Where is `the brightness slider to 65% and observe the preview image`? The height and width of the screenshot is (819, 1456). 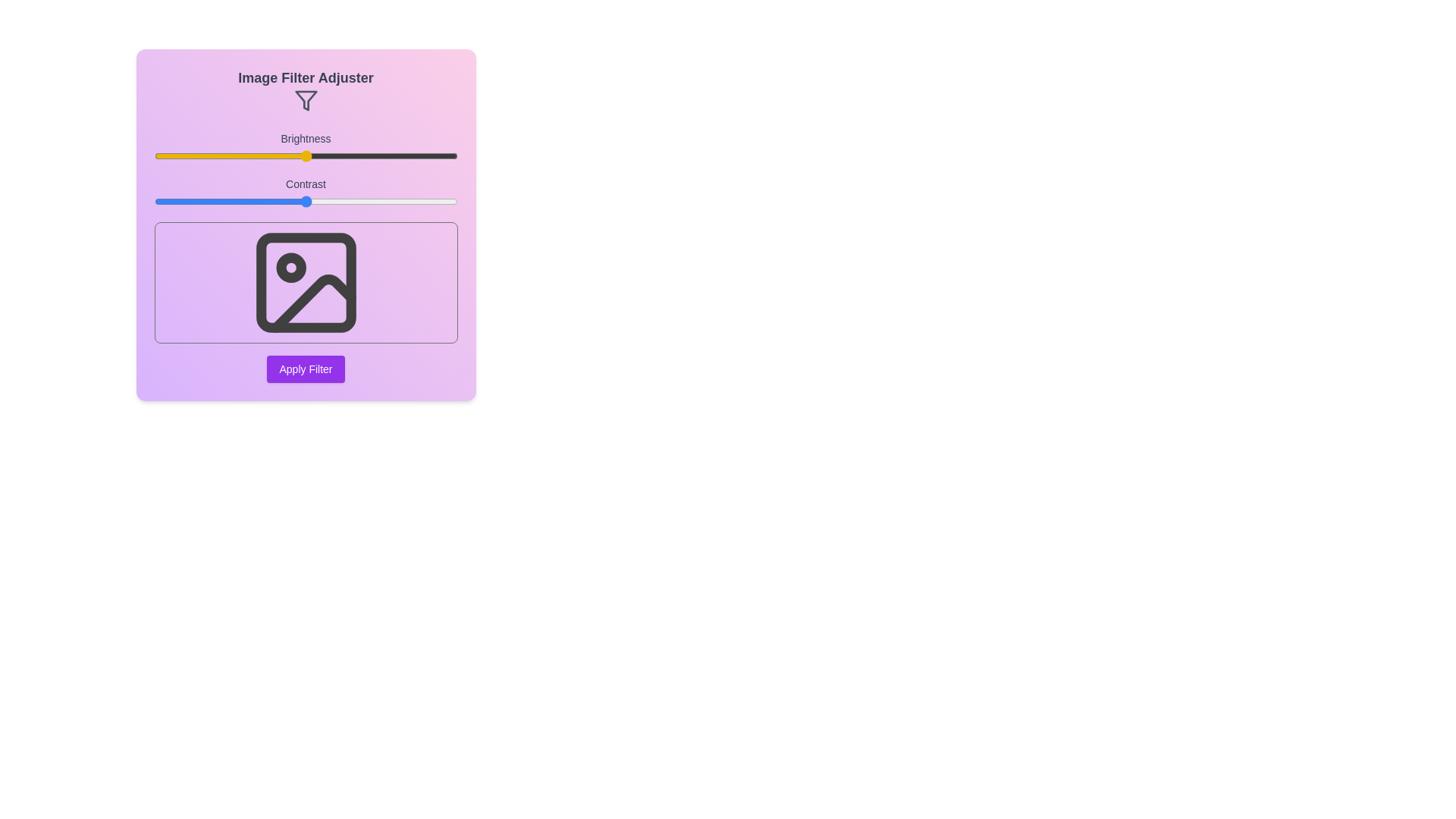
the brightness slider to 65% and observe the preview image is located at coordinates (350, 155).